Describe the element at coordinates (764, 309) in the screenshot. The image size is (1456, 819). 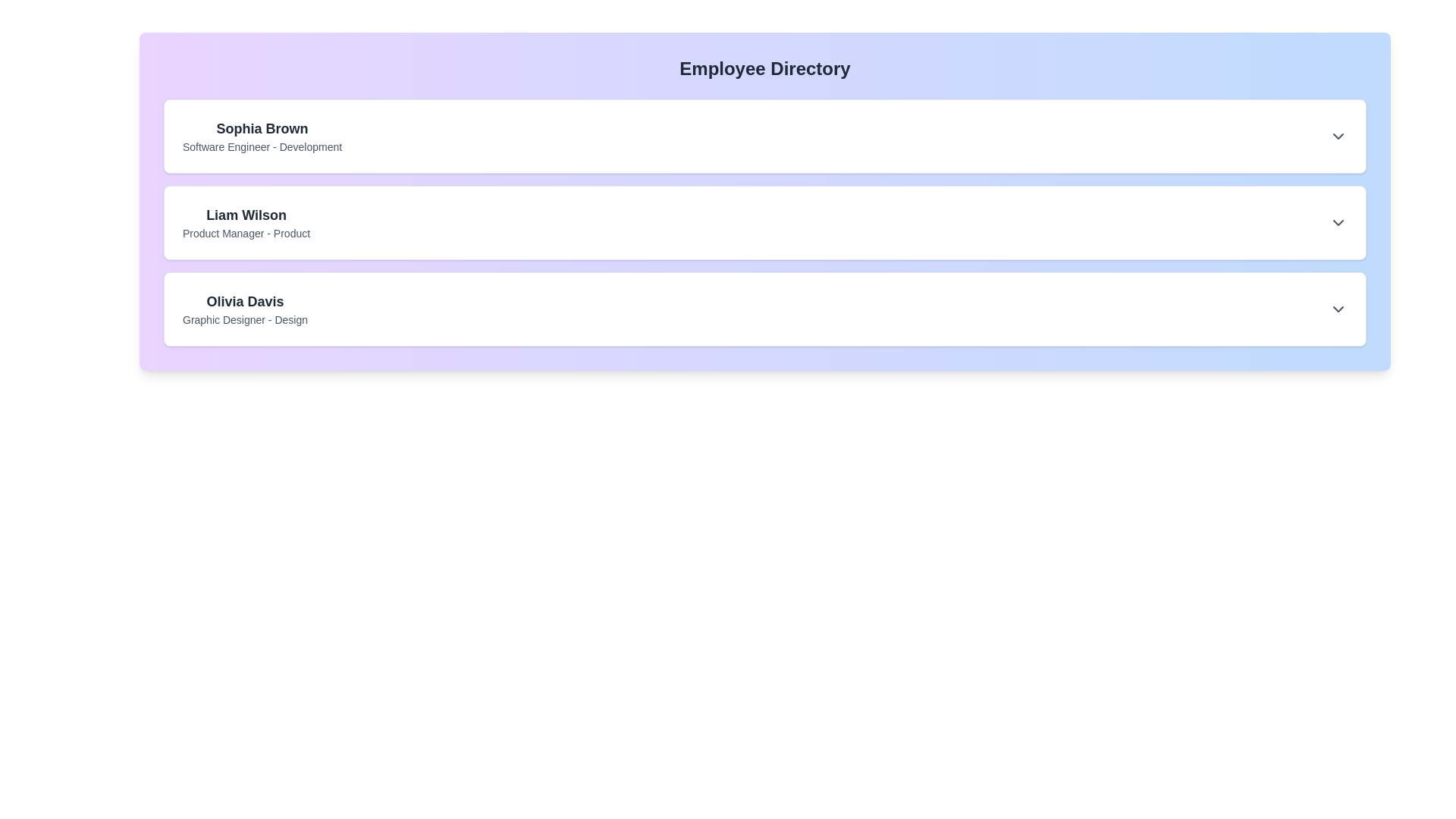
I see `the dropdown arrow on the Card displaying the name and role of an individual in the directory` at that location.